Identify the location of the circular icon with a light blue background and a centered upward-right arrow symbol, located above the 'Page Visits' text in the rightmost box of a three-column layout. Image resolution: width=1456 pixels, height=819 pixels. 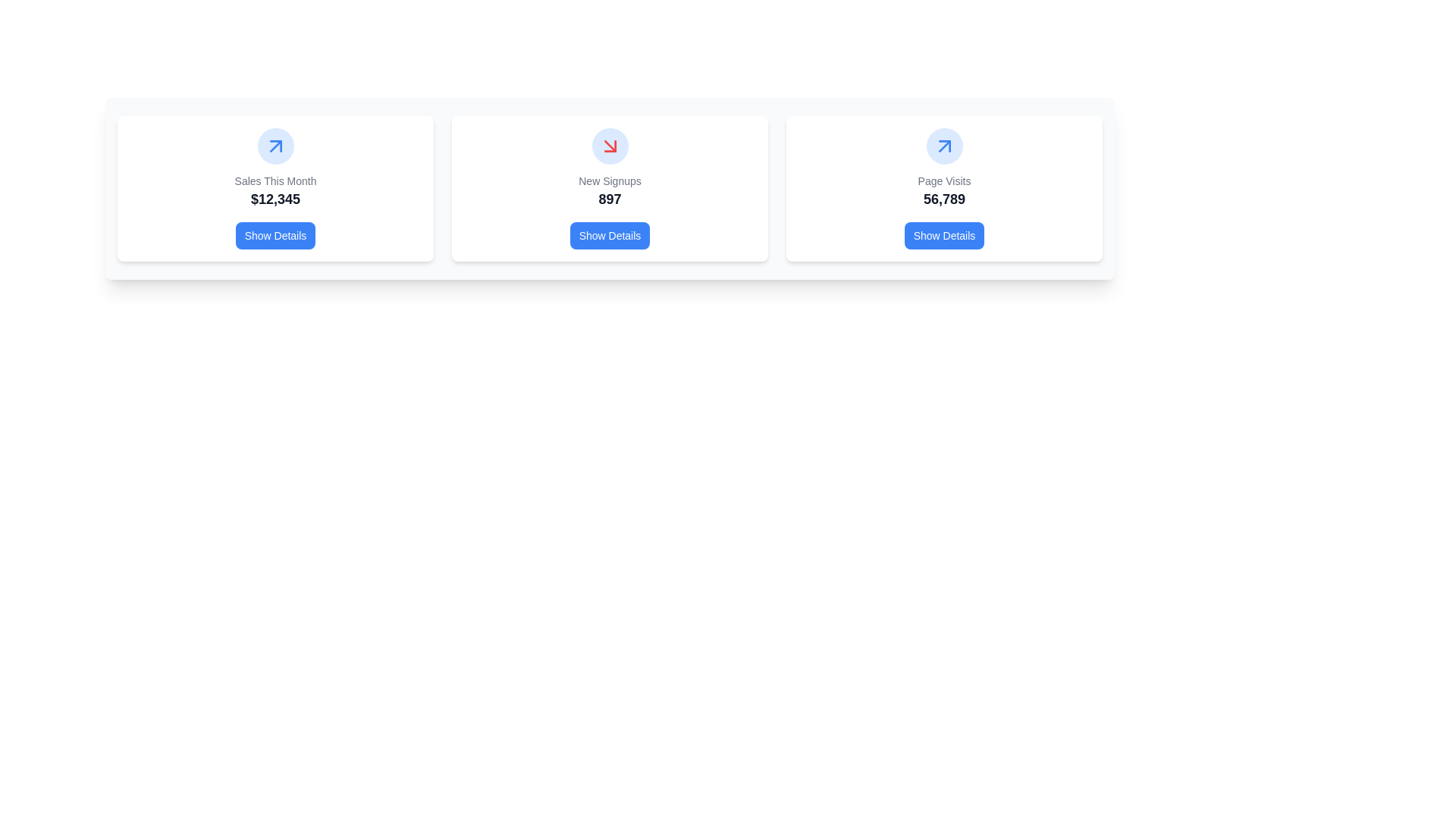
(943, 146).